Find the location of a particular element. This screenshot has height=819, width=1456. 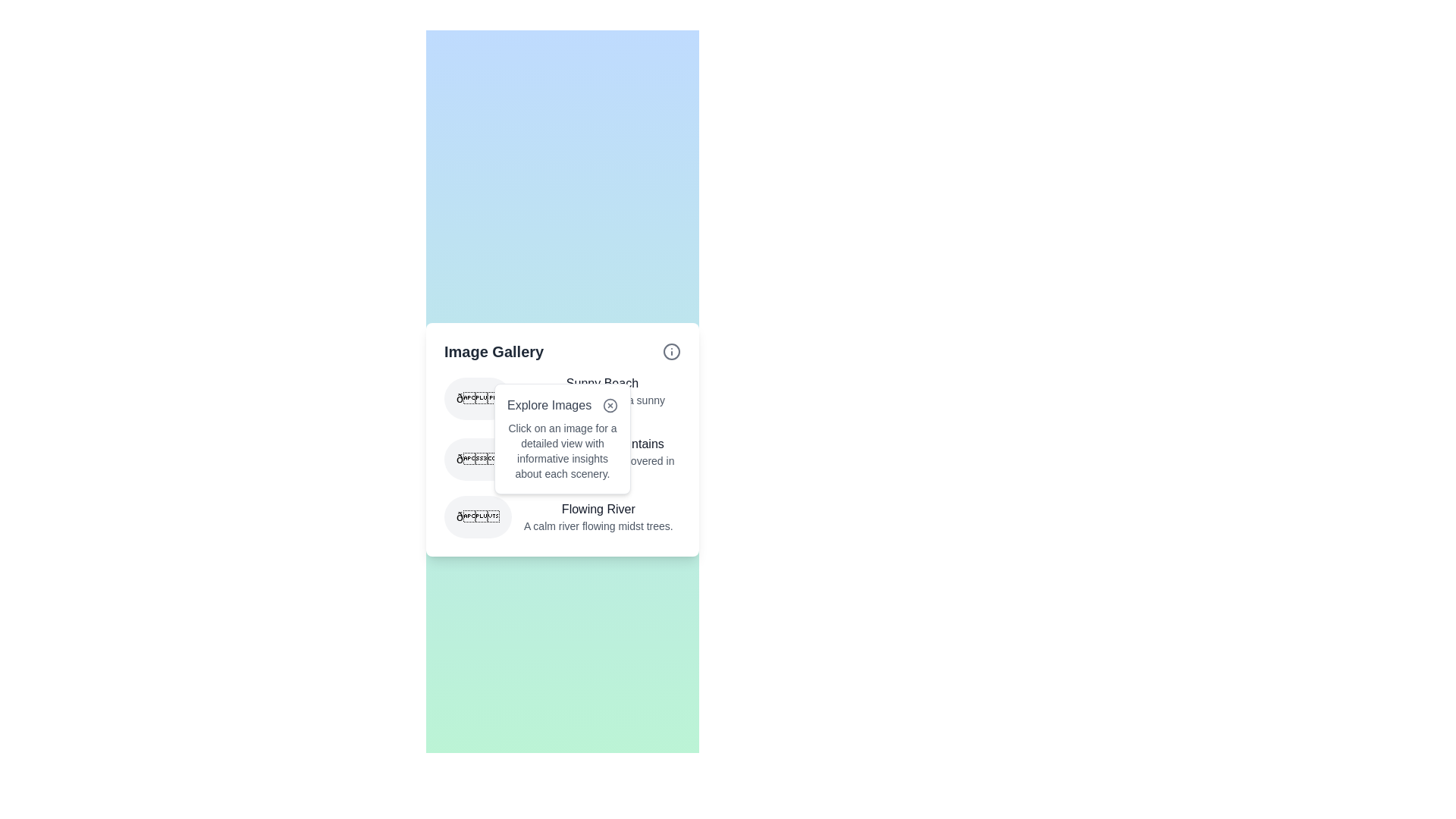

the list item featuring an emoji icon and descriptive text, located at the bottom of the vertical list in the 'Image Gallery' card, which is the third item below 'Sunny Beach' and 'Majestic Mountains.' is located at coordinates (562, 516).